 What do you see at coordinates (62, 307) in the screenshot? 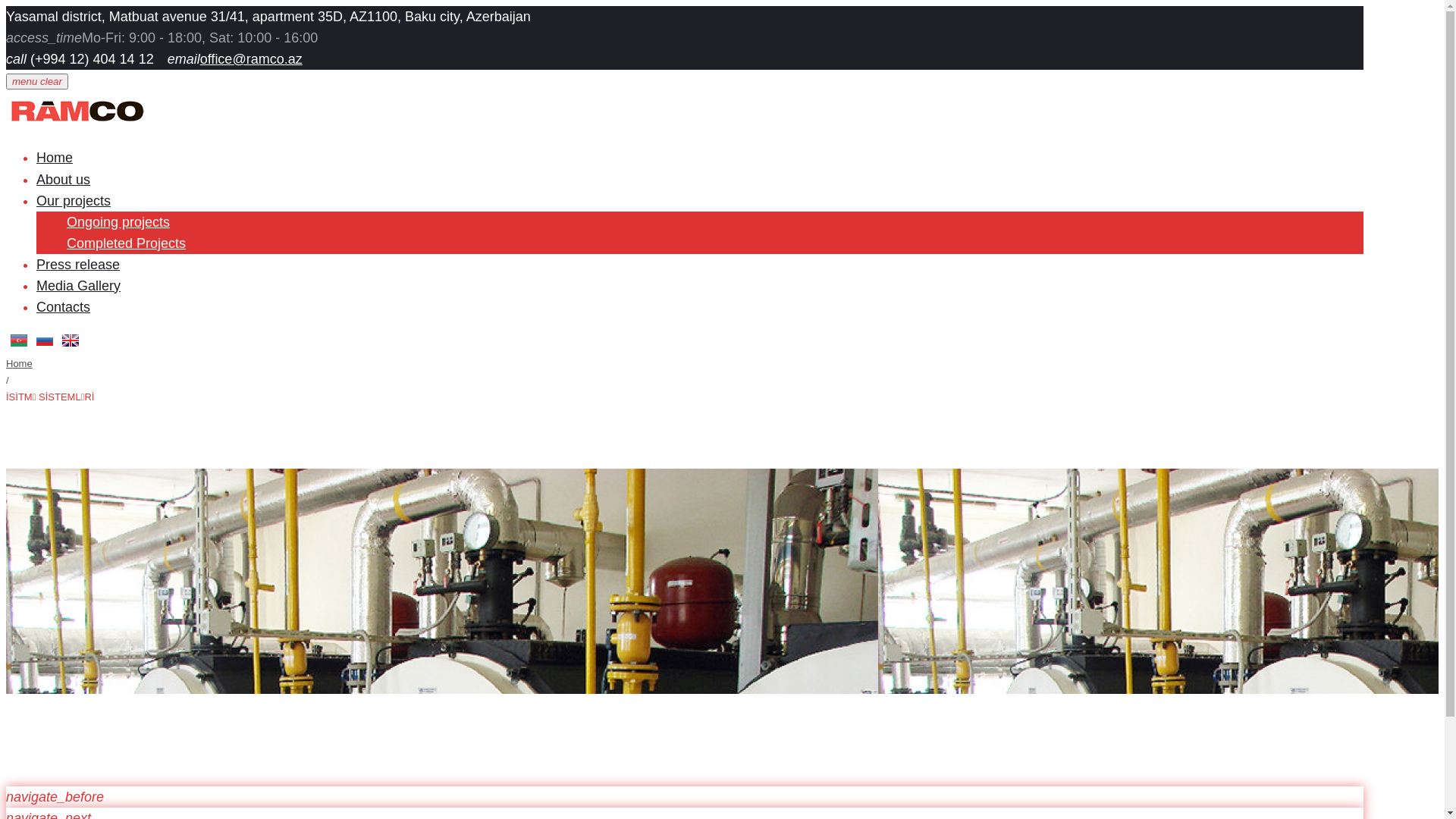
I see `'Contacts'` at bounding box center [62, 307].